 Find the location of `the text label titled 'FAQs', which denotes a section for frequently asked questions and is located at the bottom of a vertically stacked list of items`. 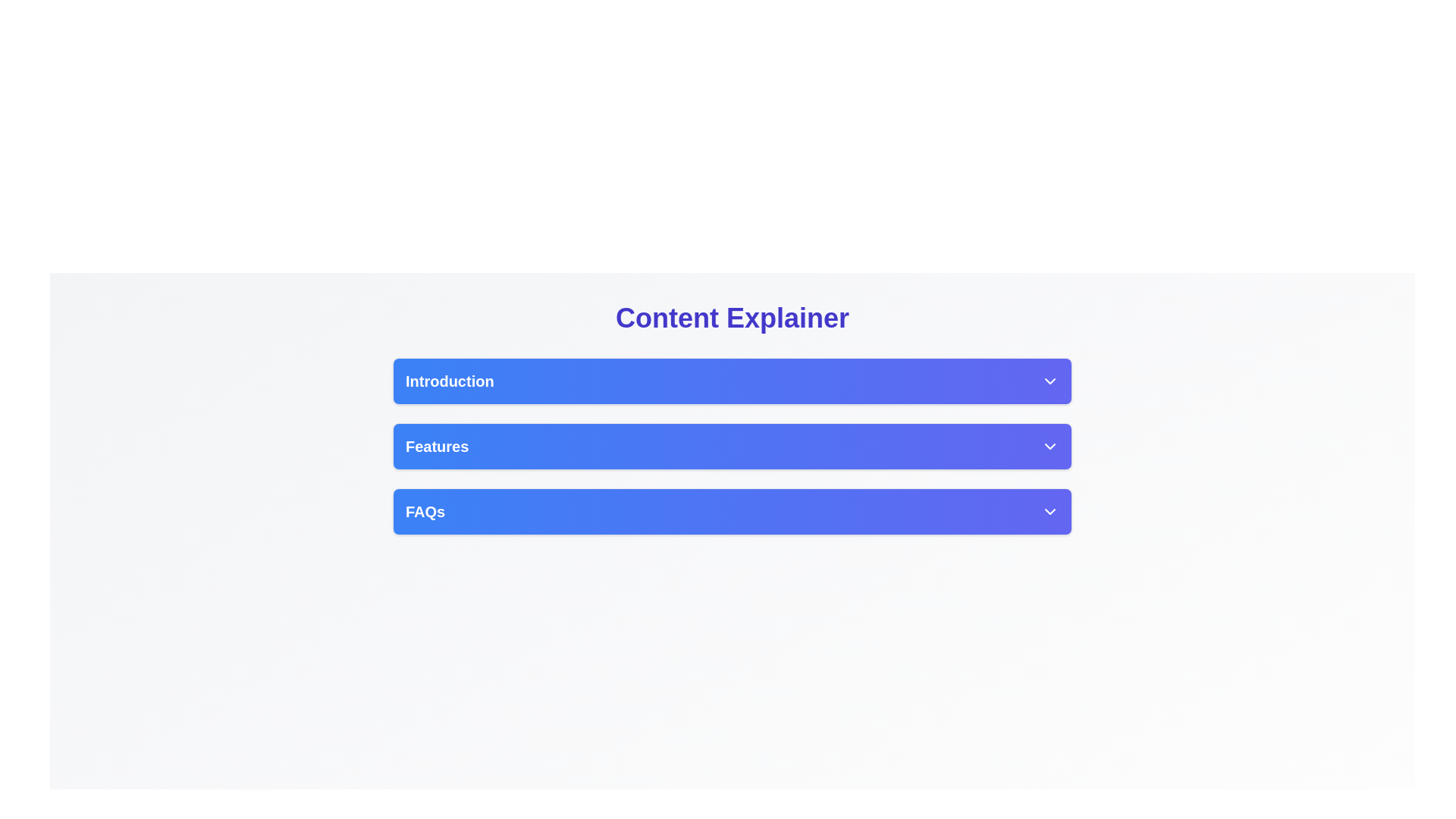

the text label titled 'FAQs', which denotes a section for frequently asked questions and is located at the bottom of a vertically stacked list of items is located at coordinates (425, 512).